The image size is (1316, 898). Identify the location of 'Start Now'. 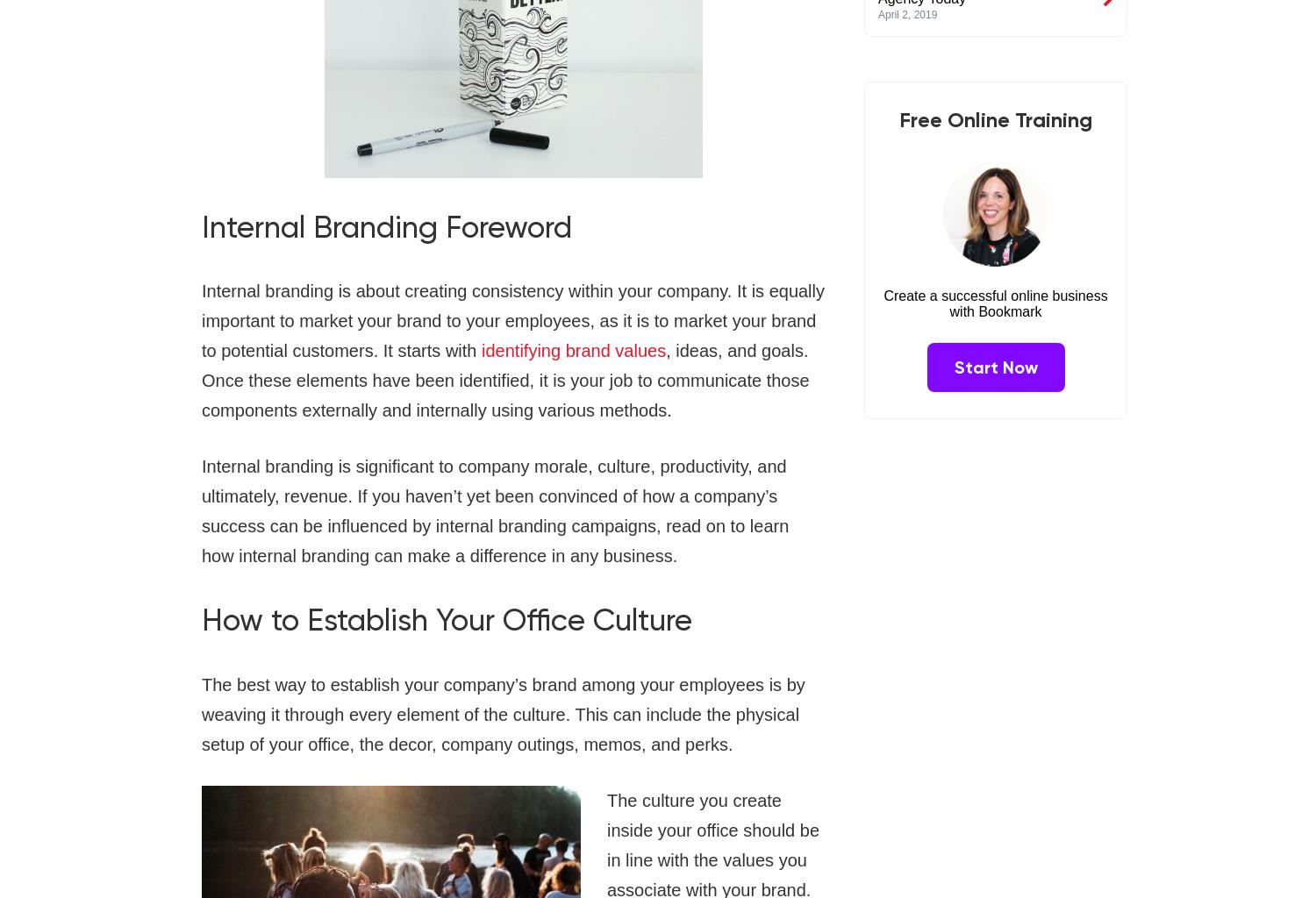
(953, 365).